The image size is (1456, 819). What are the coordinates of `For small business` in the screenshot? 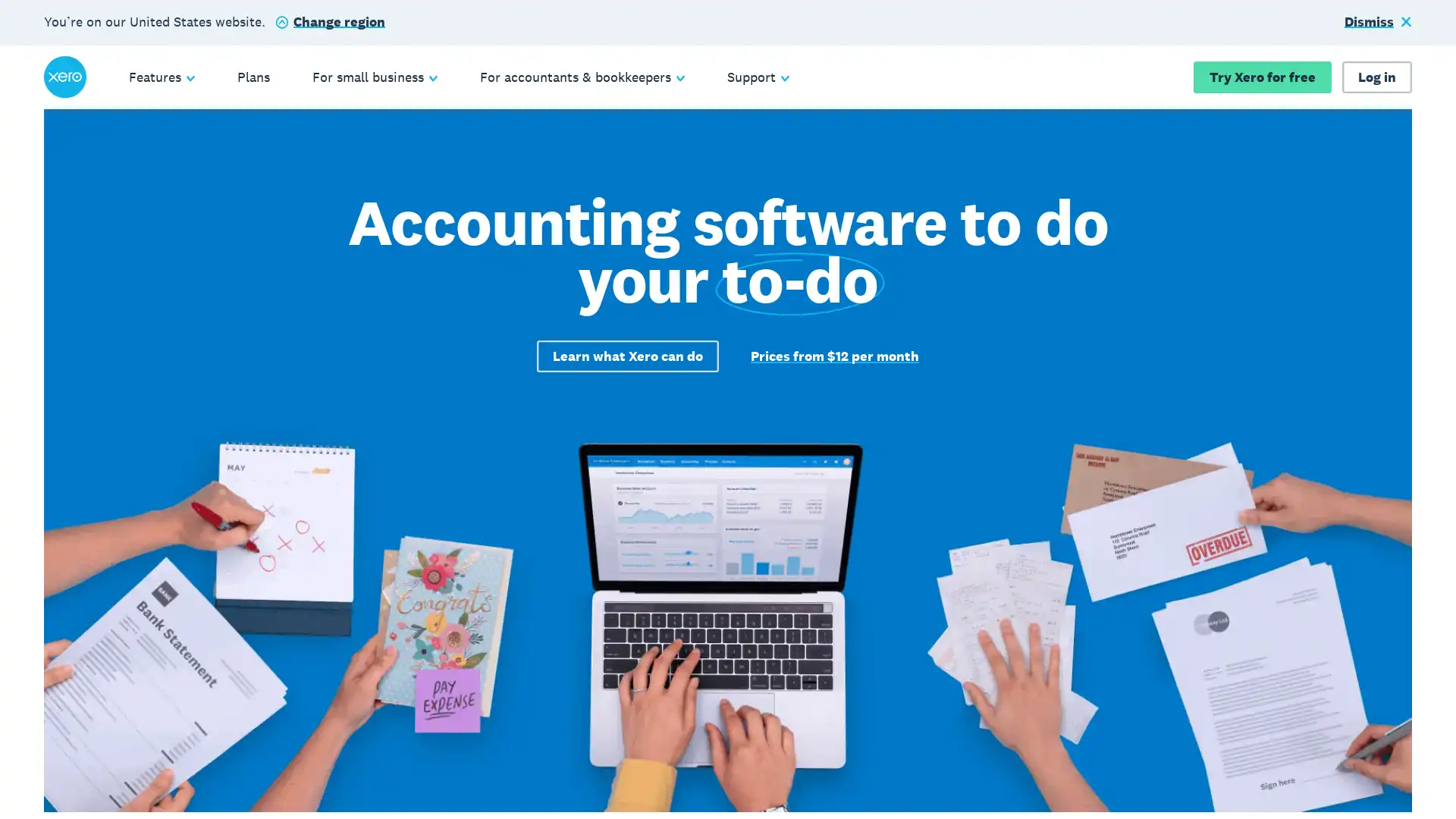 It's located at (374, 77).